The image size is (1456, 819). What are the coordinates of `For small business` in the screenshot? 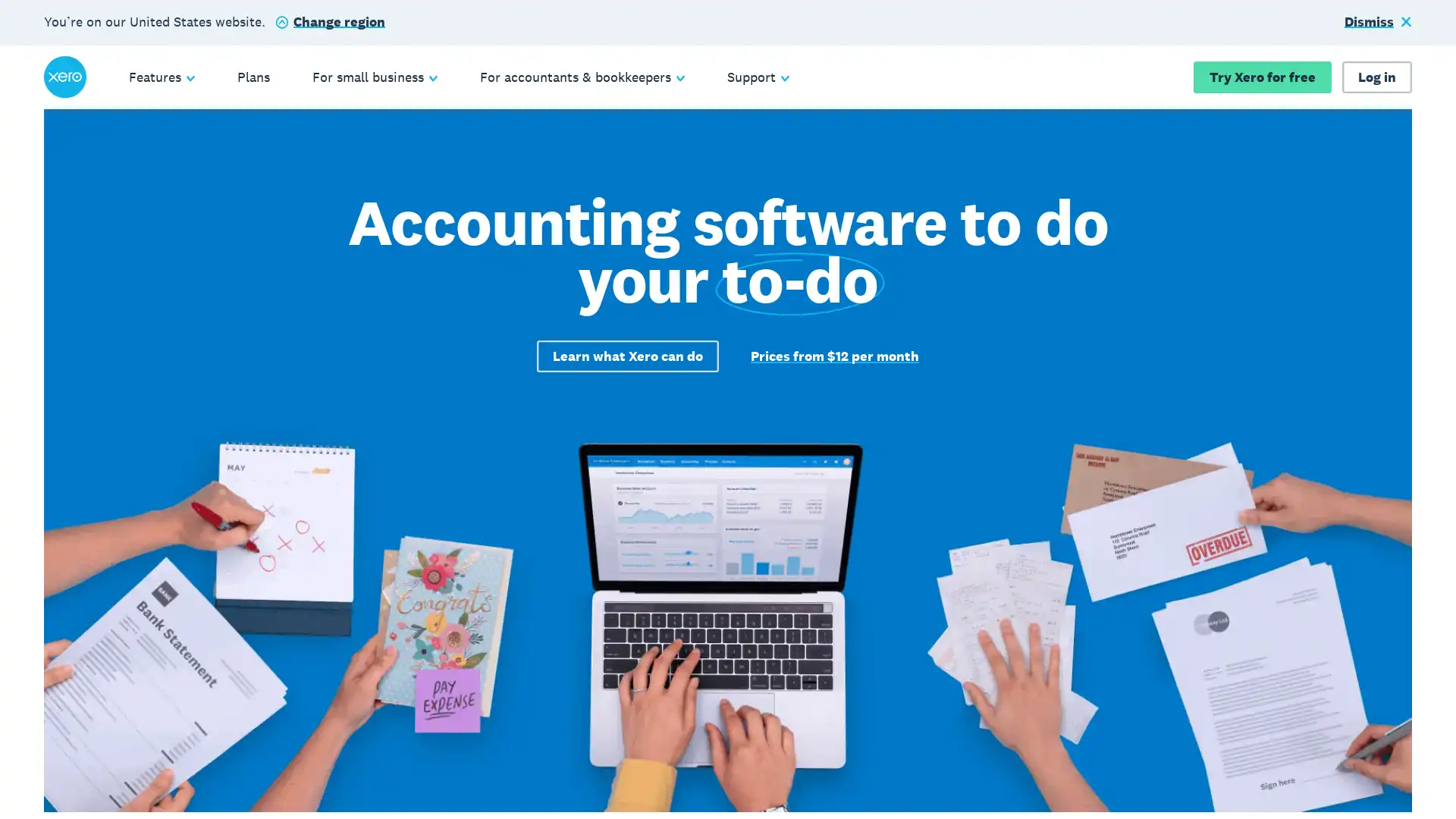 It's located at (374, 77).